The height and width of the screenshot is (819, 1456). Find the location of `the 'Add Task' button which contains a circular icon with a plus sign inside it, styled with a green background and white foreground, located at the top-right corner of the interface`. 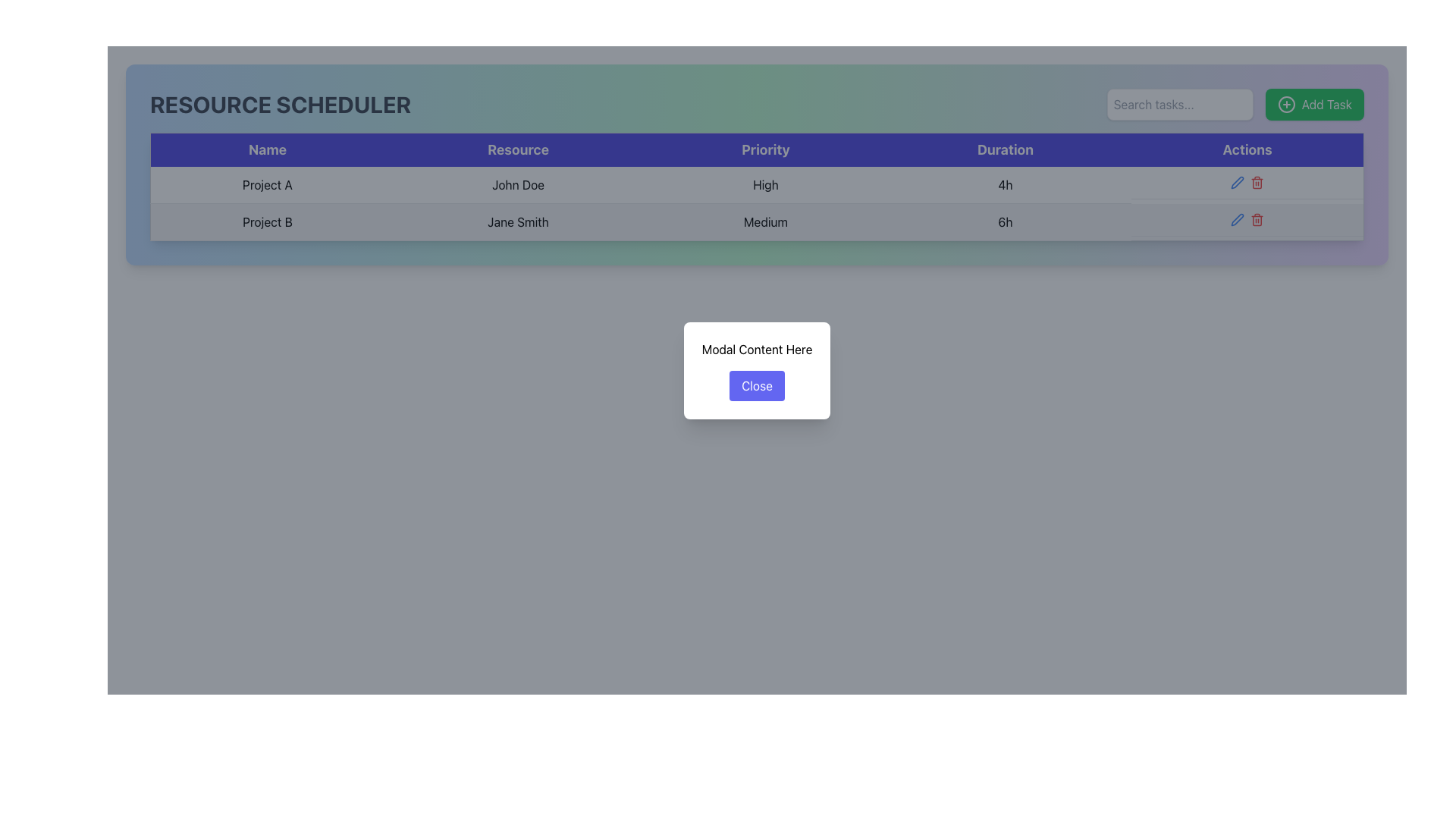

the 'Add Task' button which contains a circular icon with a plus sign inside it, styled with a green background and white foreground, located at the top-right corner of the interface is located at coordinates (1285, 104).